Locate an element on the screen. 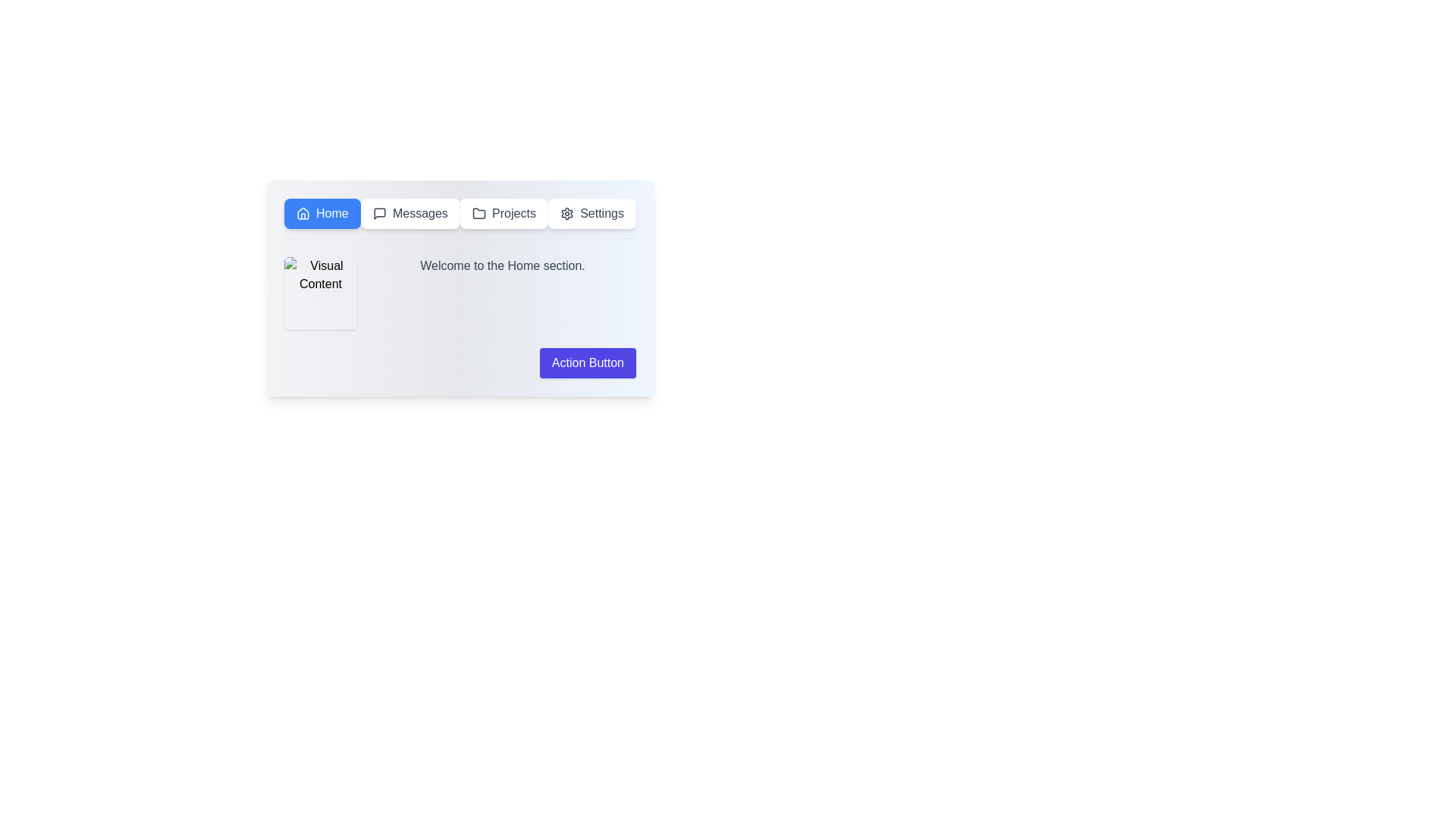  the 'Messages' button, which has a speech bubble icon on the left, is located in the navigation bar between the 'Home' and 'Projects' buttons, and features a white background with rounded corners is located at coordinates (410, 213).